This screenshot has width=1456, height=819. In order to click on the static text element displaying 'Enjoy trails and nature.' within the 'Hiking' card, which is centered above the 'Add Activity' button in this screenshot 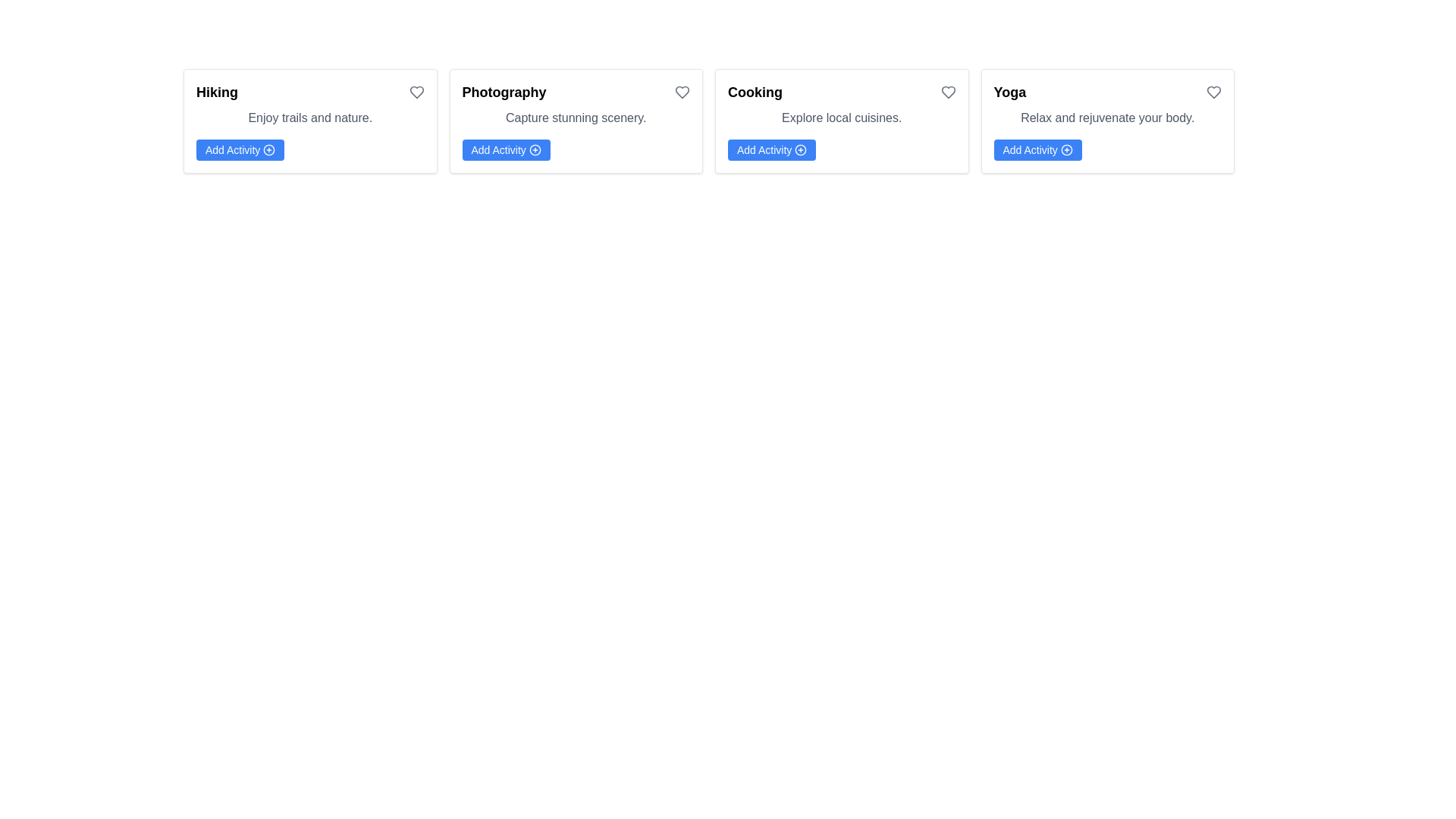, I will do `click(309, 117)`.